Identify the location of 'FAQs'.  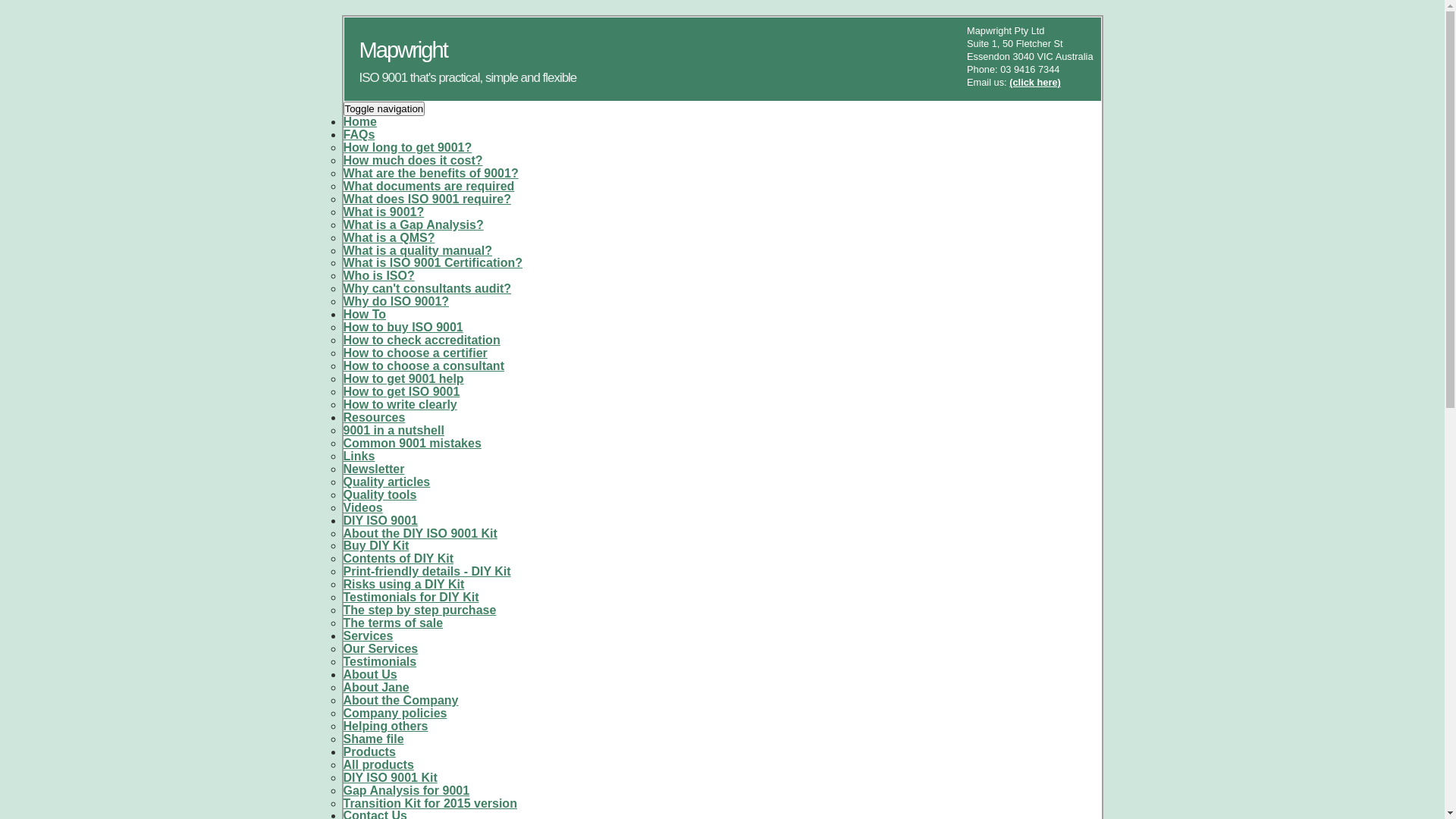
(358, 133).